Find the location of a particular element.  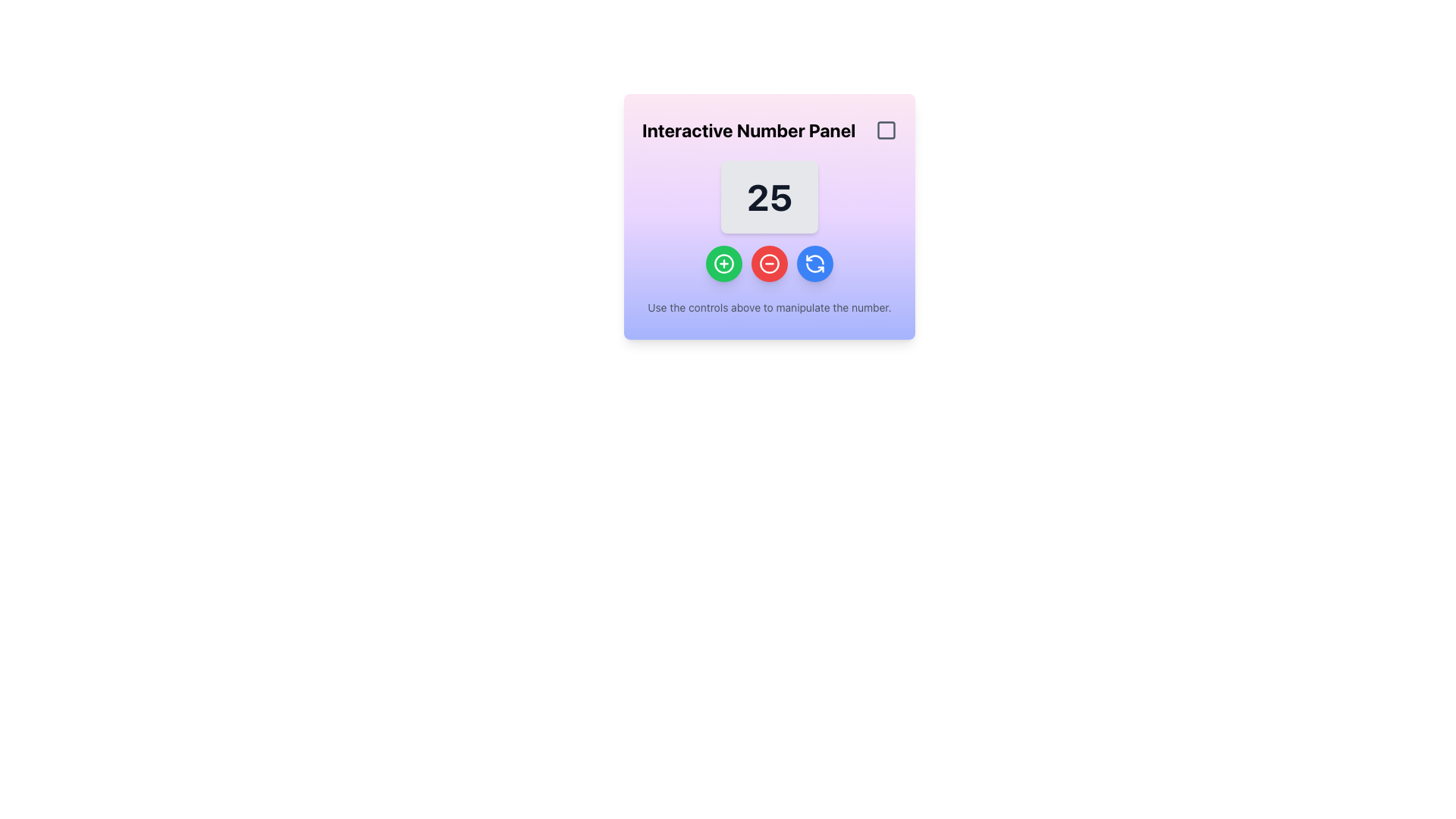

the button group located beneath the number display, which allows for addition, subtraction, and resetting functions is located at coordinates (769, 262).